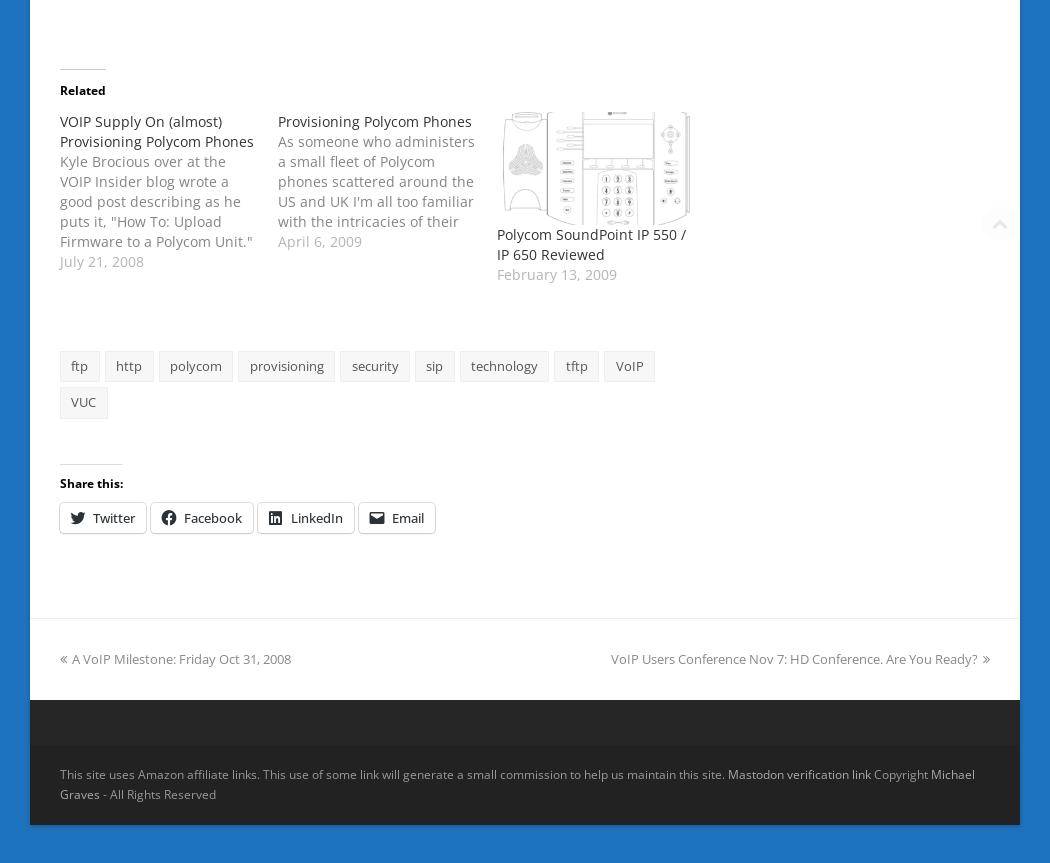 The width and height of the screenshot is (1050, 863). Describe the element at coordinates (516, 783) in the screenshot. I see `'Michael Graves'` at that location.